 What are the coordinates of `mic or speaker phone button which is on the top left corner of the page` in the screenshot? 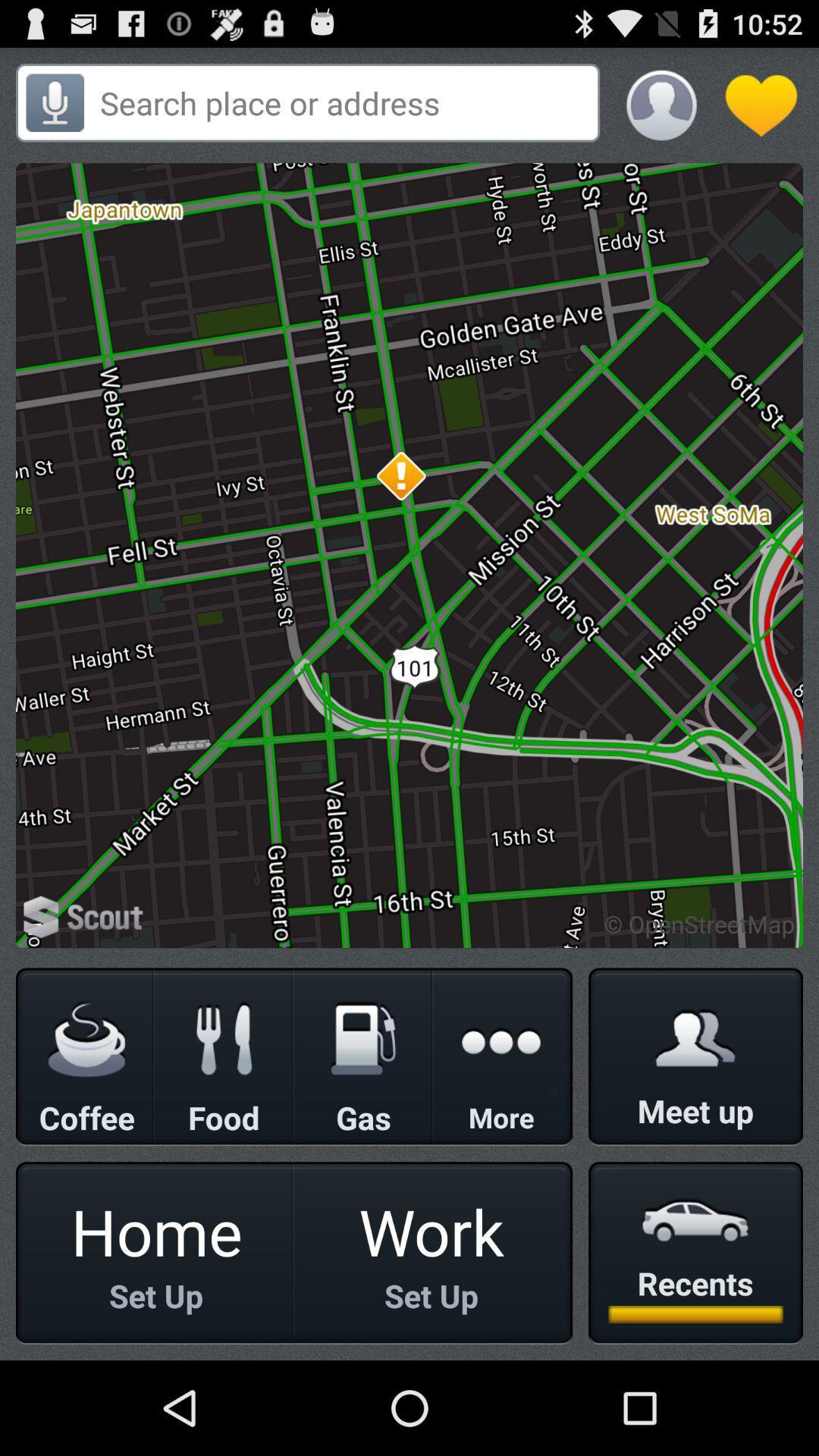 It's located at (55, 102).